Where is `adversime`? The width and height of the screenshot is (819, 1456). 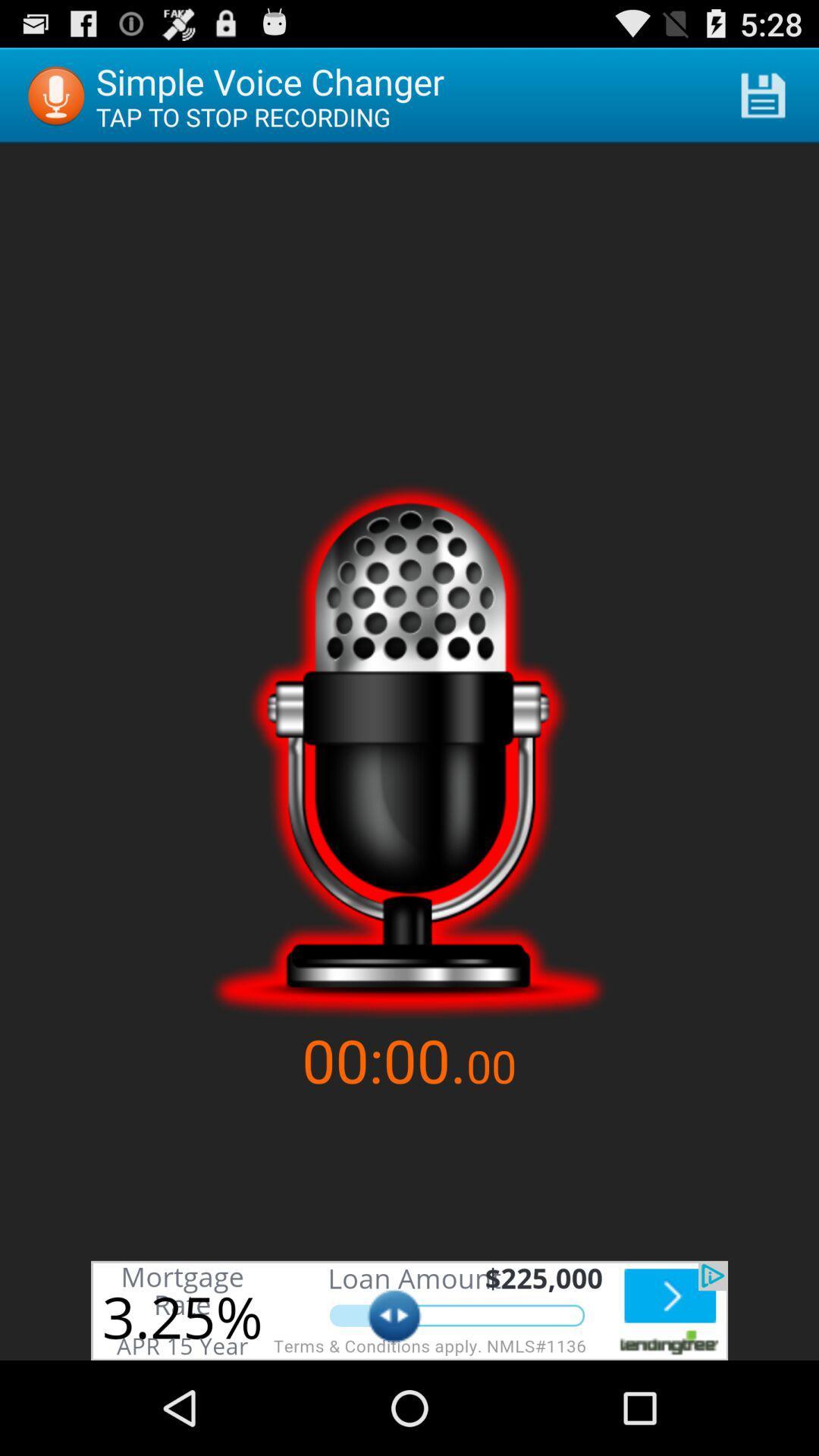 adversime is located at coordinates (409, 1310).